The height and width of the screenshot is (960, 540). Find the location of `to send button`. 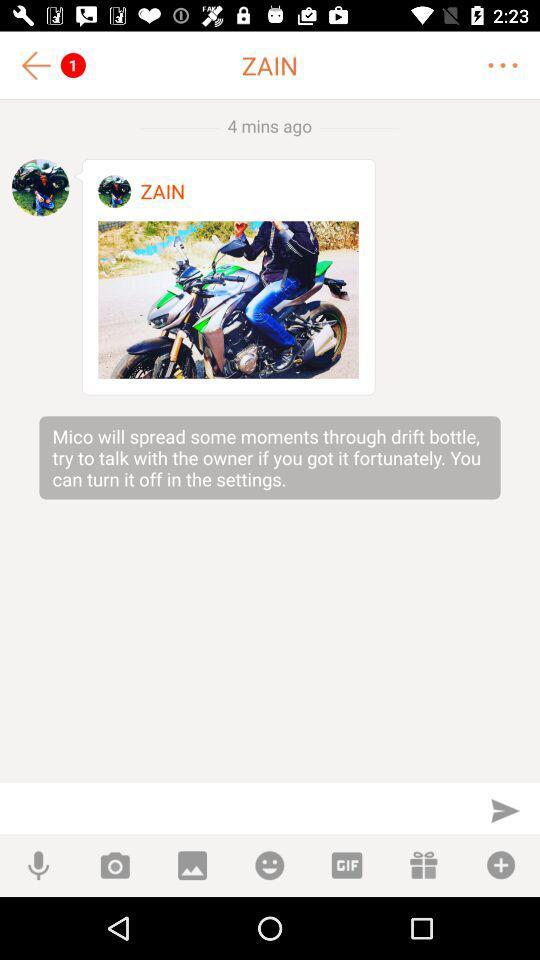

to send button is located at coordinates (504, 810).